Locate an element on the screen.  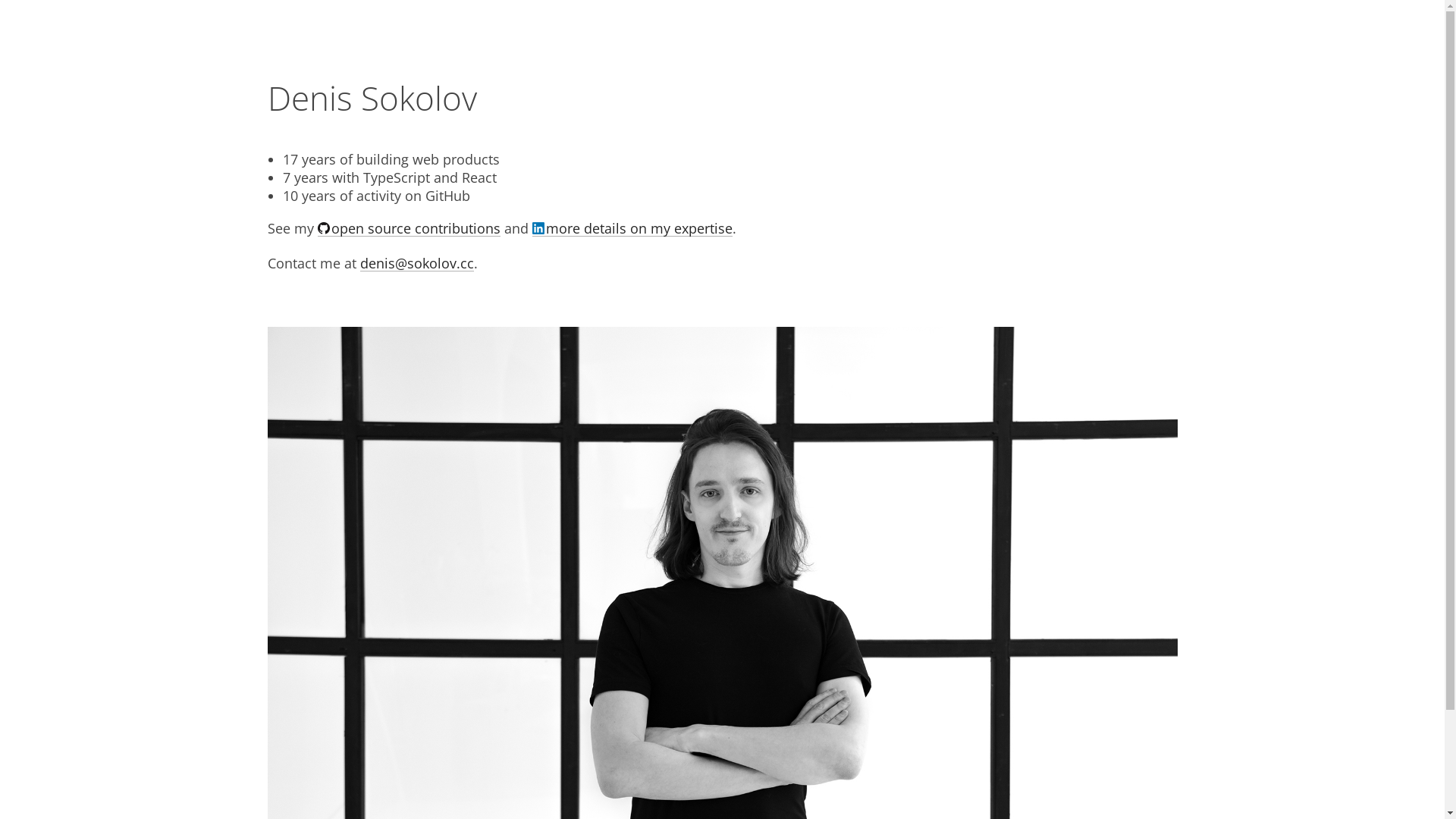
'more details on my expertise' is located at coordinates (632, 231).